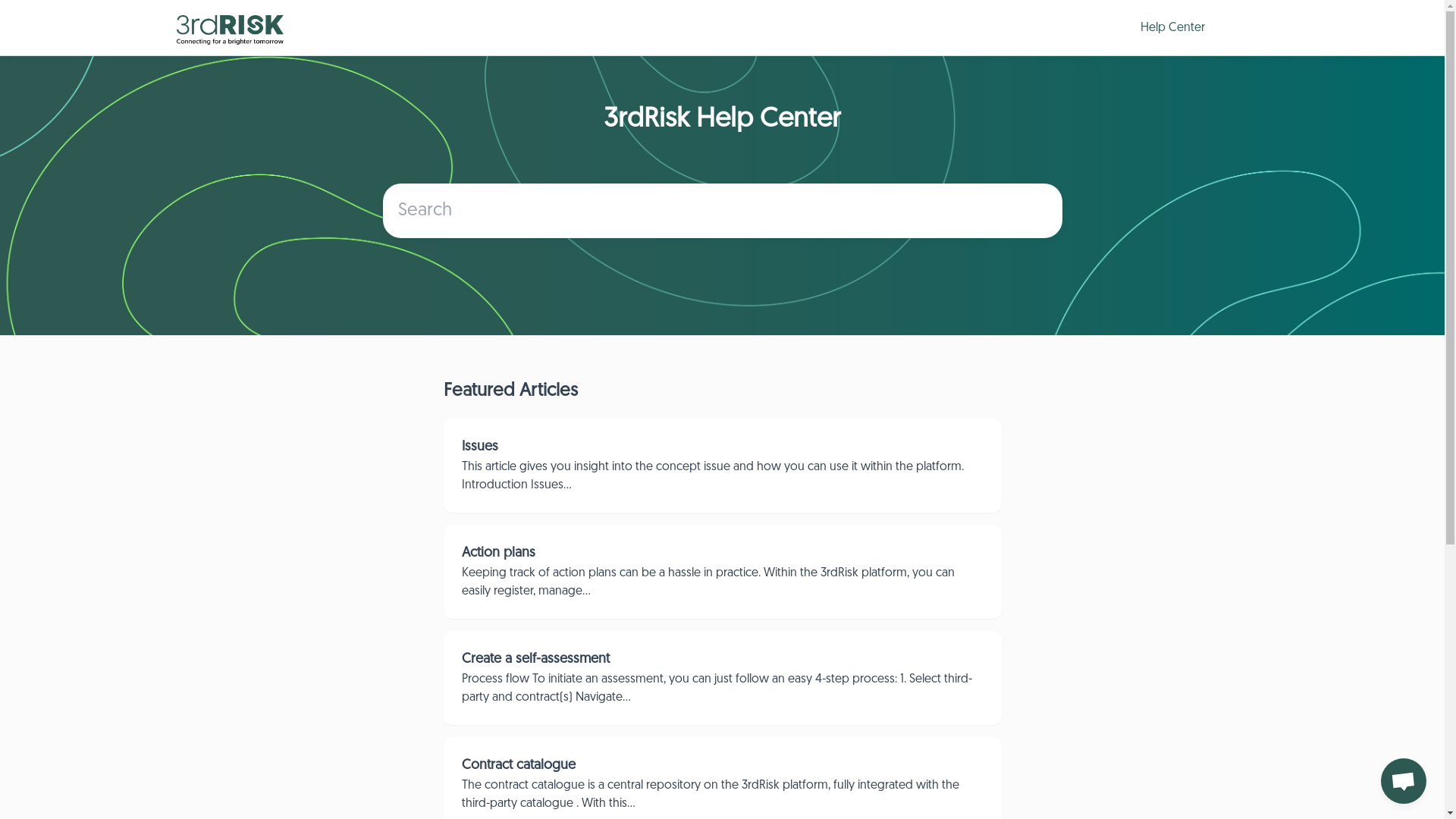  Describe the element at coordinates (1169, 27) in the screenshot. I see `'Help Center'` at that location.